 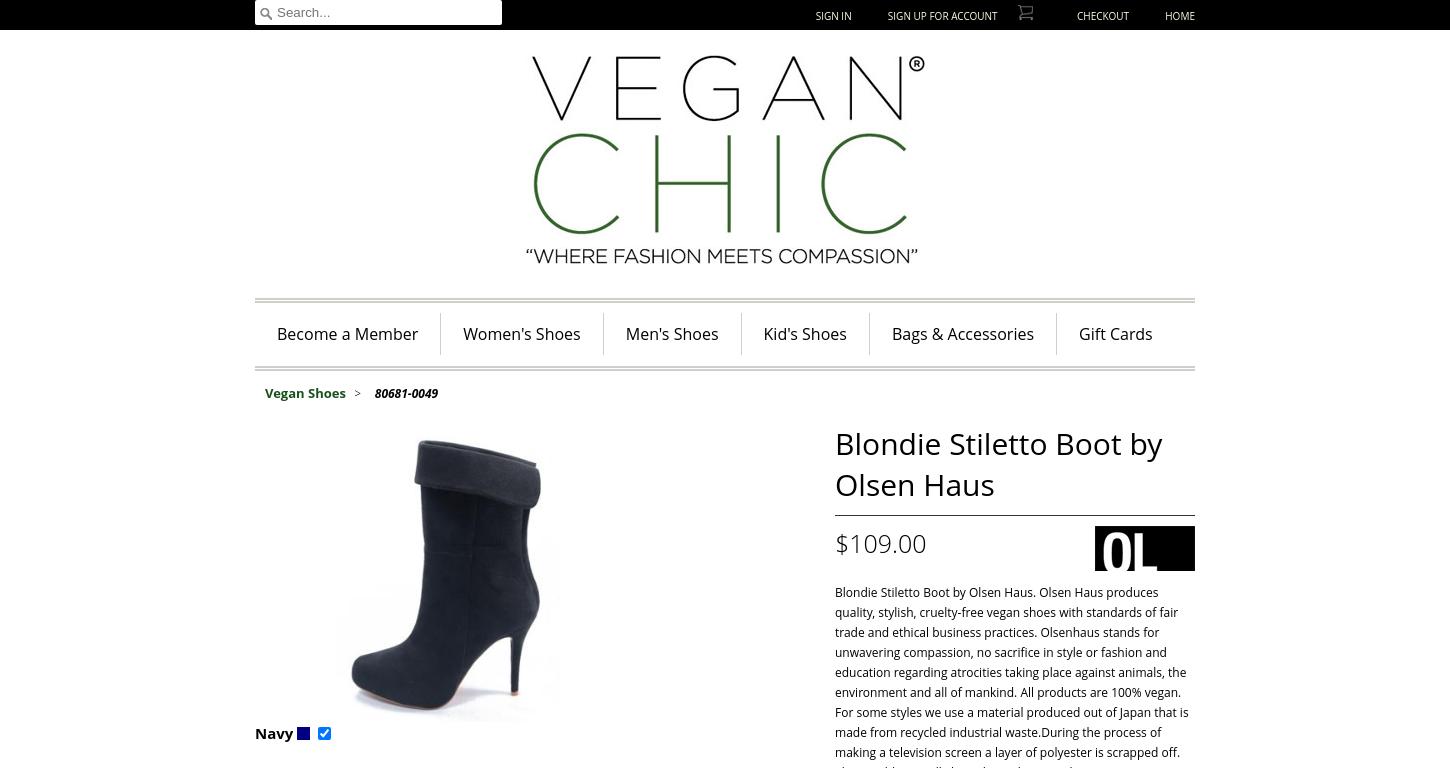 I want to click on '80681-0049', so click(x=372, y=392).